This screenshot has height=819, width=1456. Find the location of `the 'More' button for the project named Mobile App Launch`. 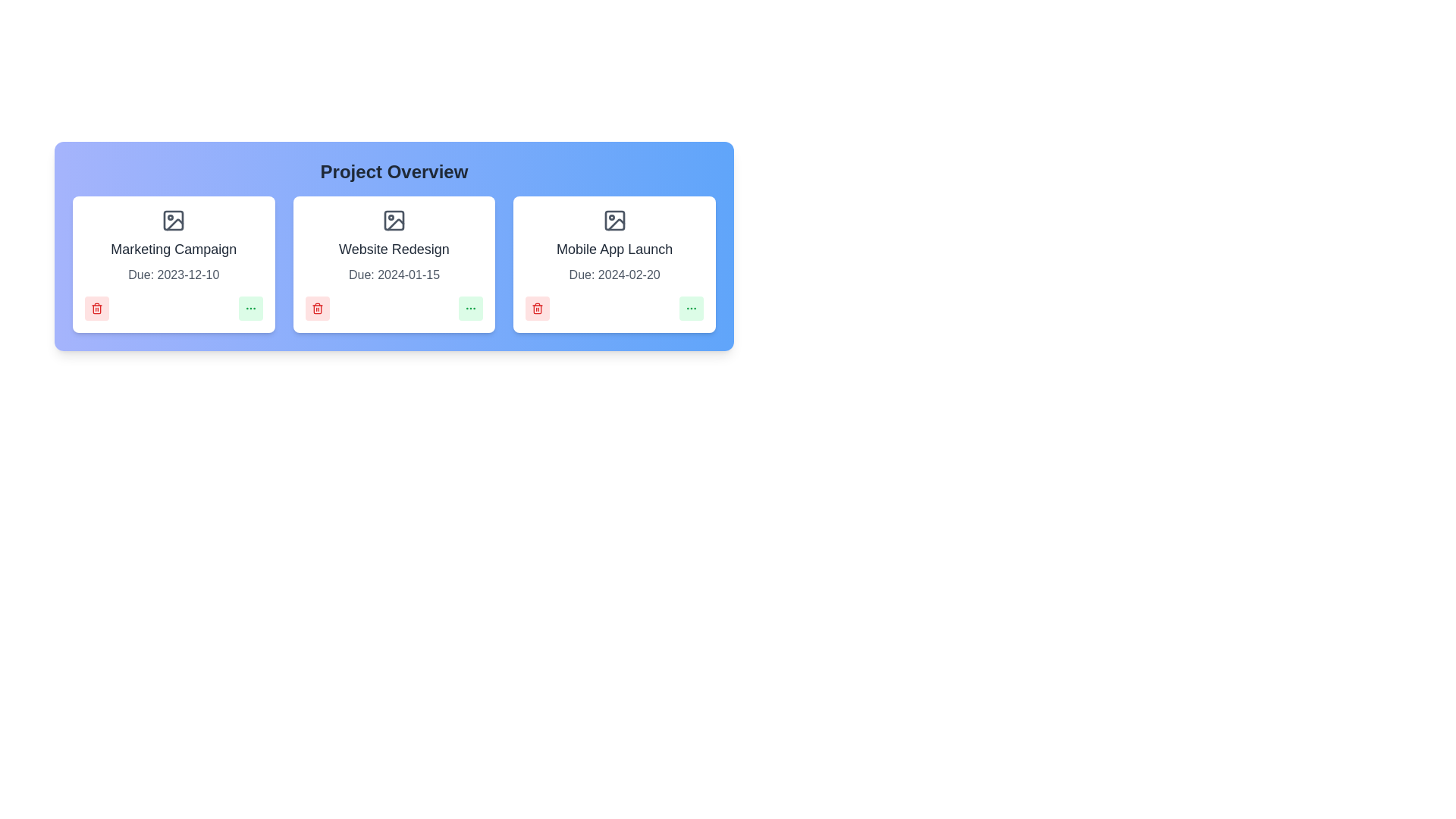

the 'More' button for the project named Mobile App Launch is located at coordinates (691, 308).